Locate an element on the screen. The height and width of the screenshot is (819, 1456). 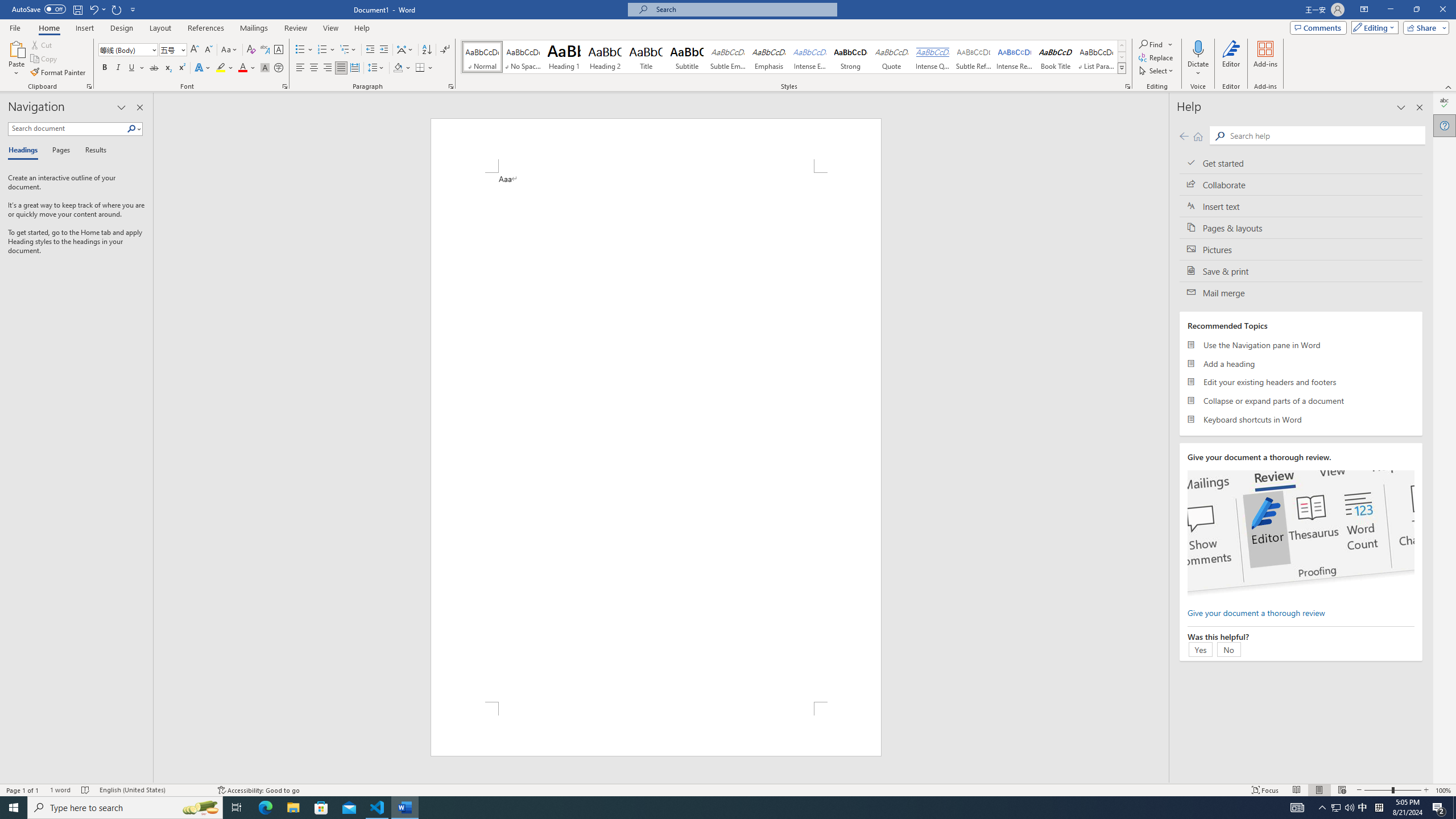
'Language English (United States)' is located at coordinates (152, 790).